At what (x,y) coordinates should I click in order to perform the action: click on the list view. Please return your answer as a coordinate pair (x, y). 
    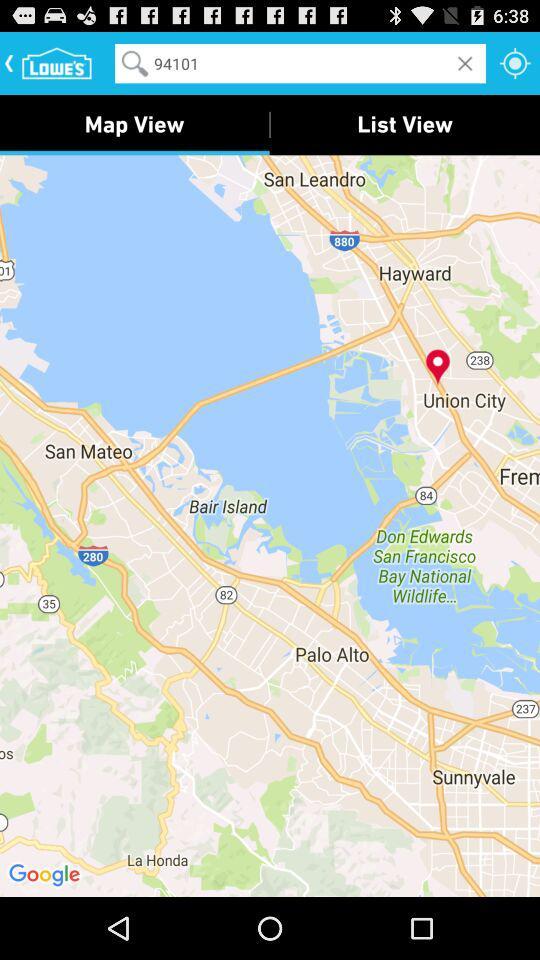
    Looking at the image, I should click on (405, 123).